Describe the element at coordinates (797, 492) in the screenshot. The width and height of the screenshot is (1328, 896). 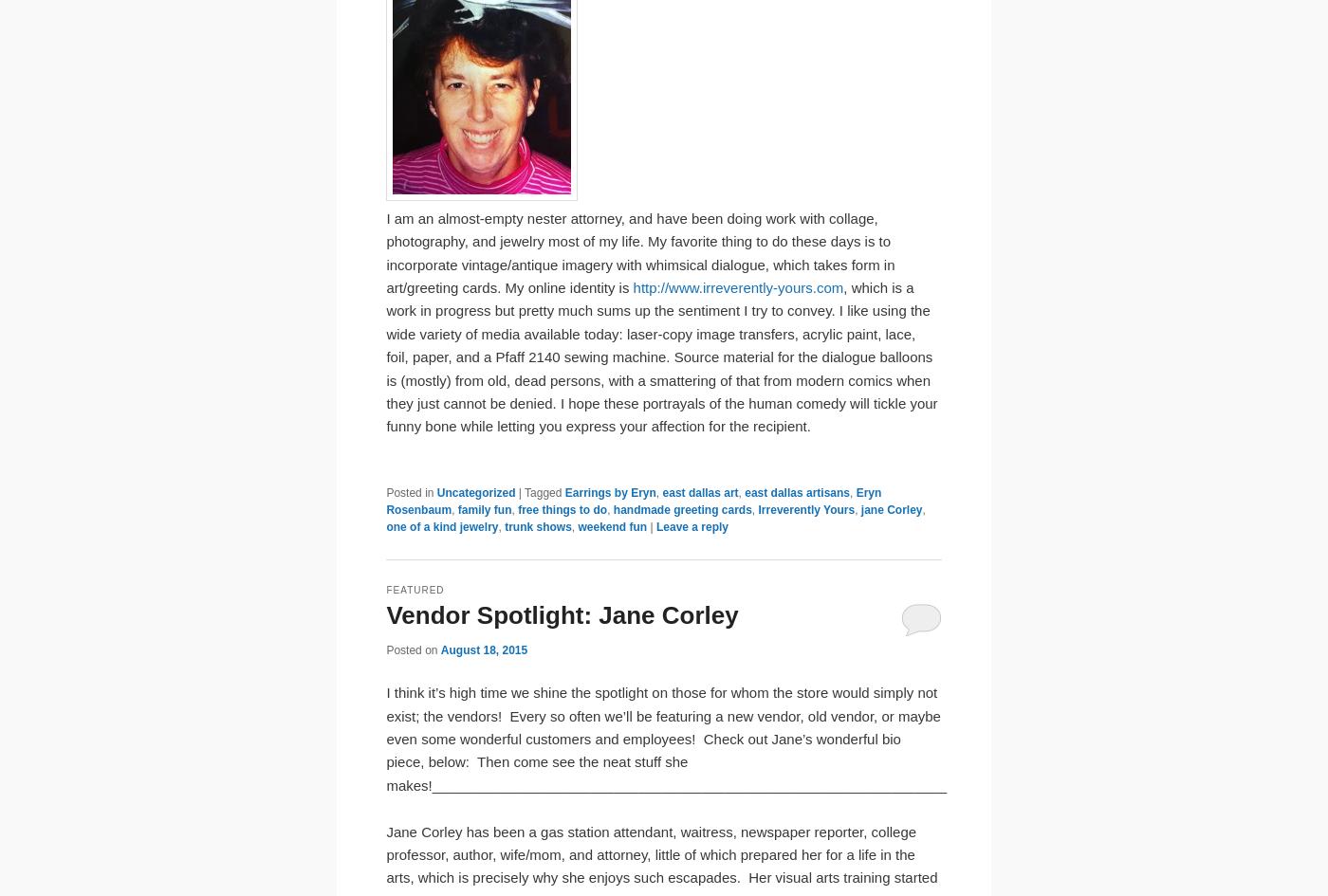
I see `'east dallas artisans'` at that location.